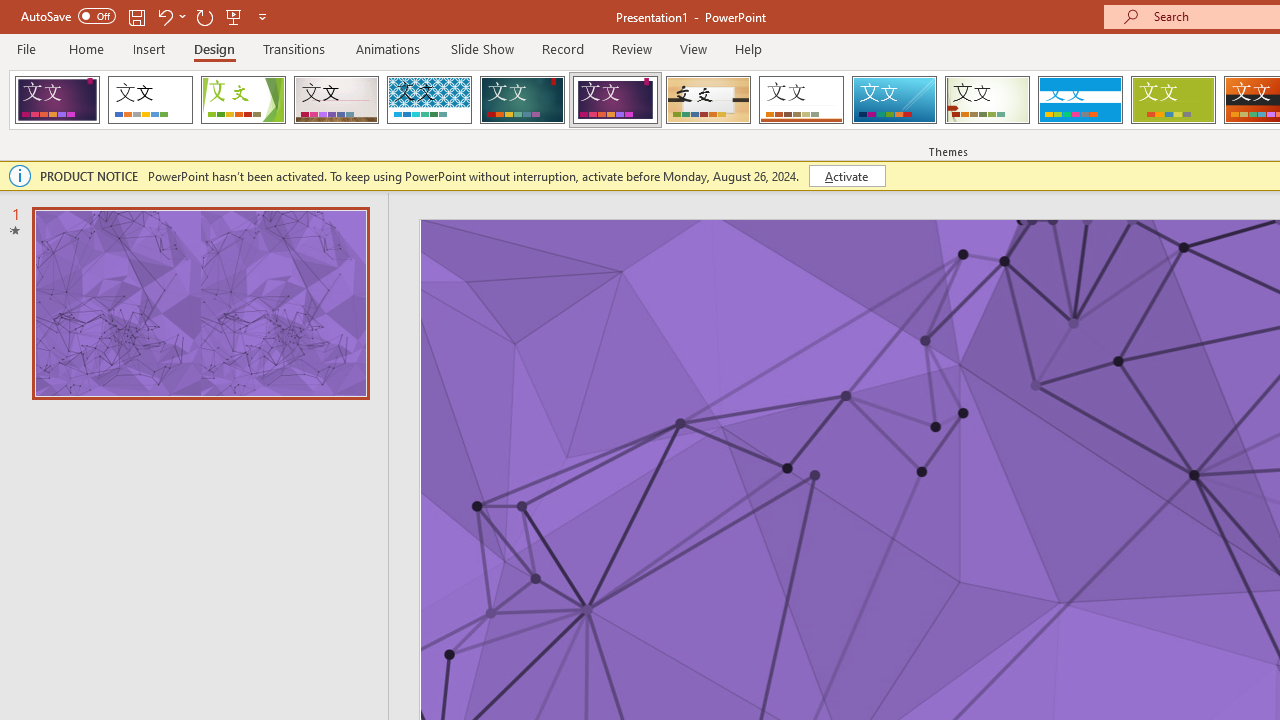 The height and width of the screenshot is (720, 1280). I want to click on 'Activate', so click(847, 175).